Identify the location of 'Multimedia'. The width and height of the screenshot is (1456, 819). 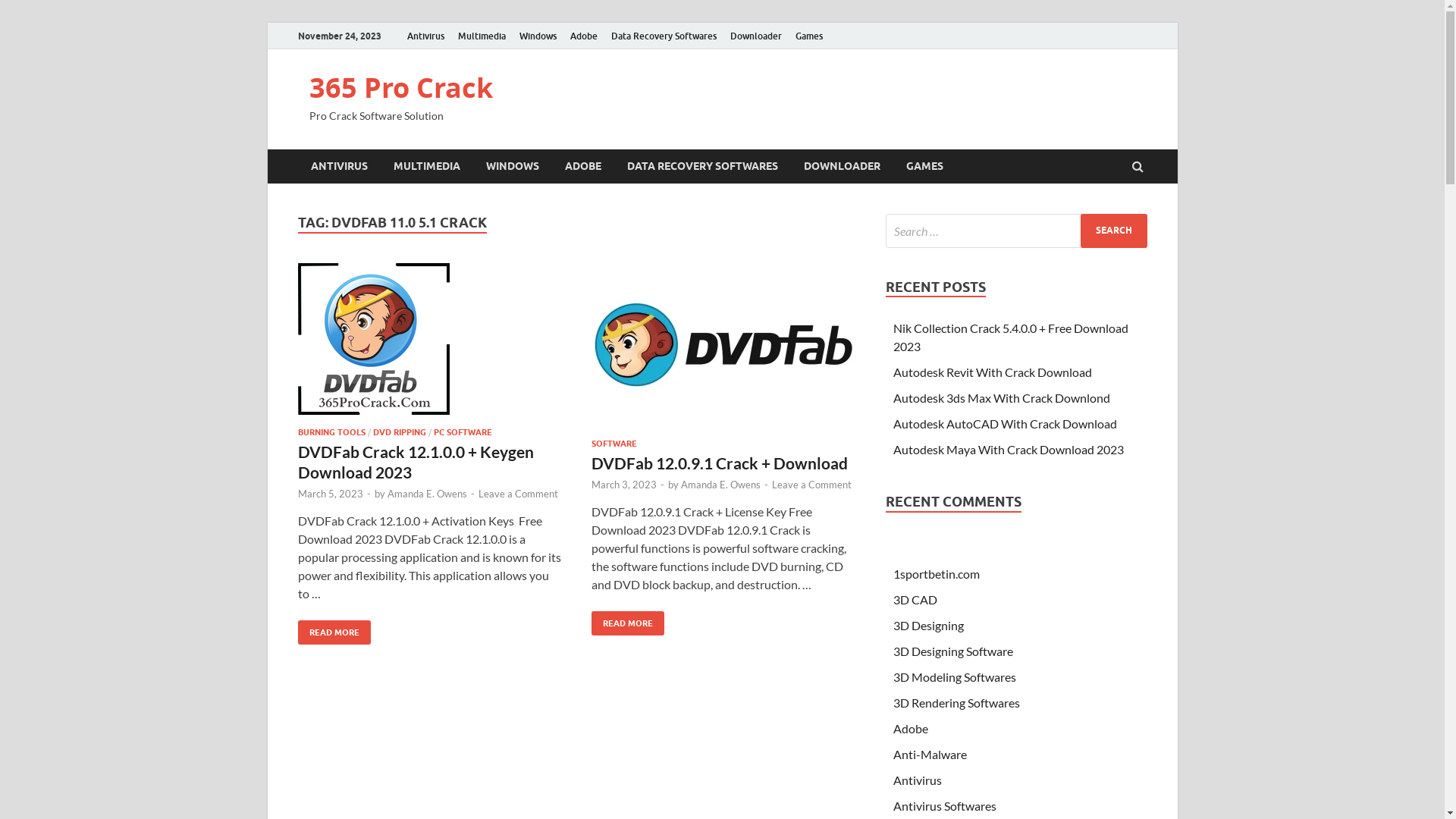
(480, 35).